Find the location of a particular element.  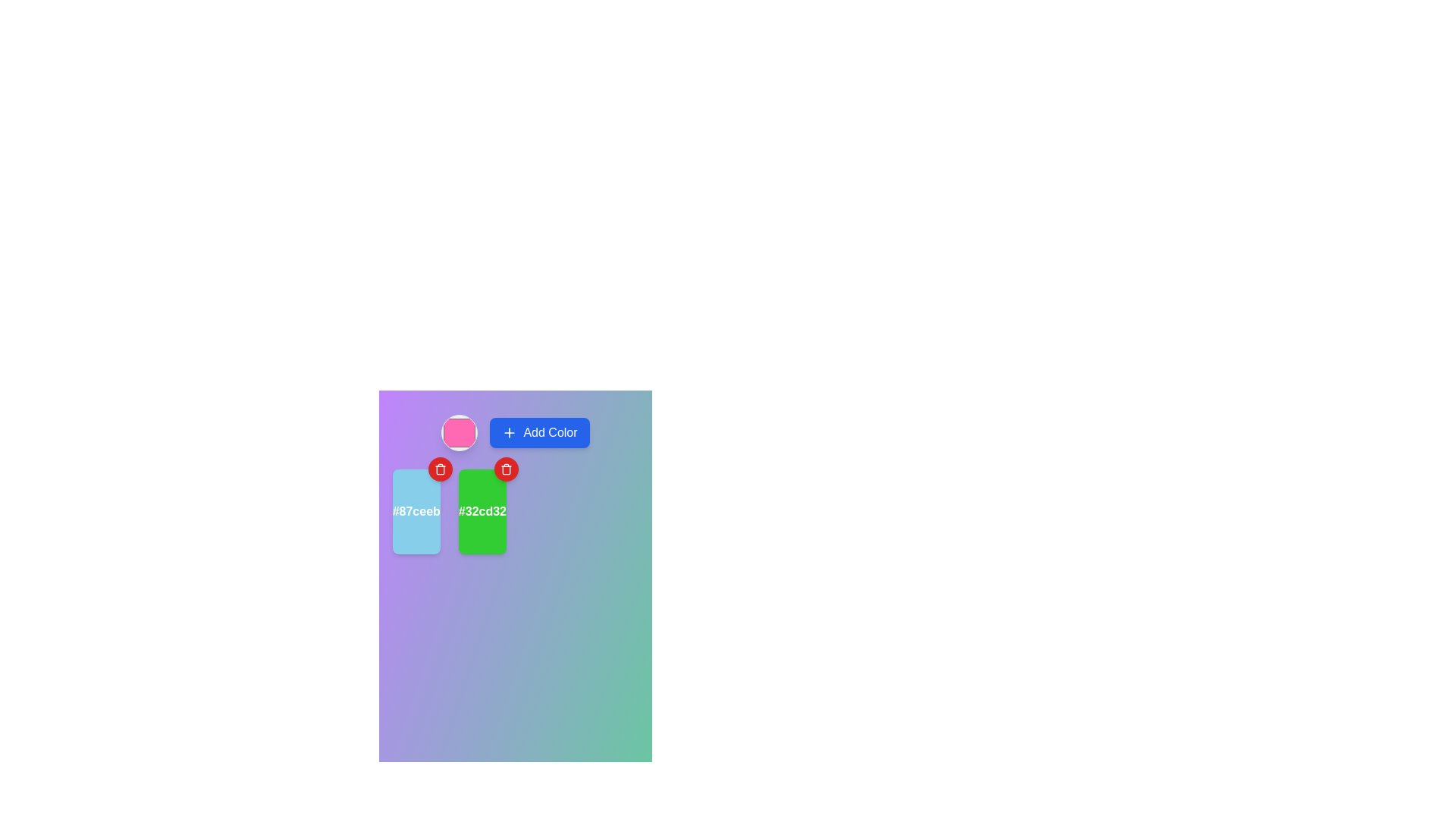

the delete button located in the top-right corner of the green card labeled '#32cd32' is located at coordinates (506, 468).